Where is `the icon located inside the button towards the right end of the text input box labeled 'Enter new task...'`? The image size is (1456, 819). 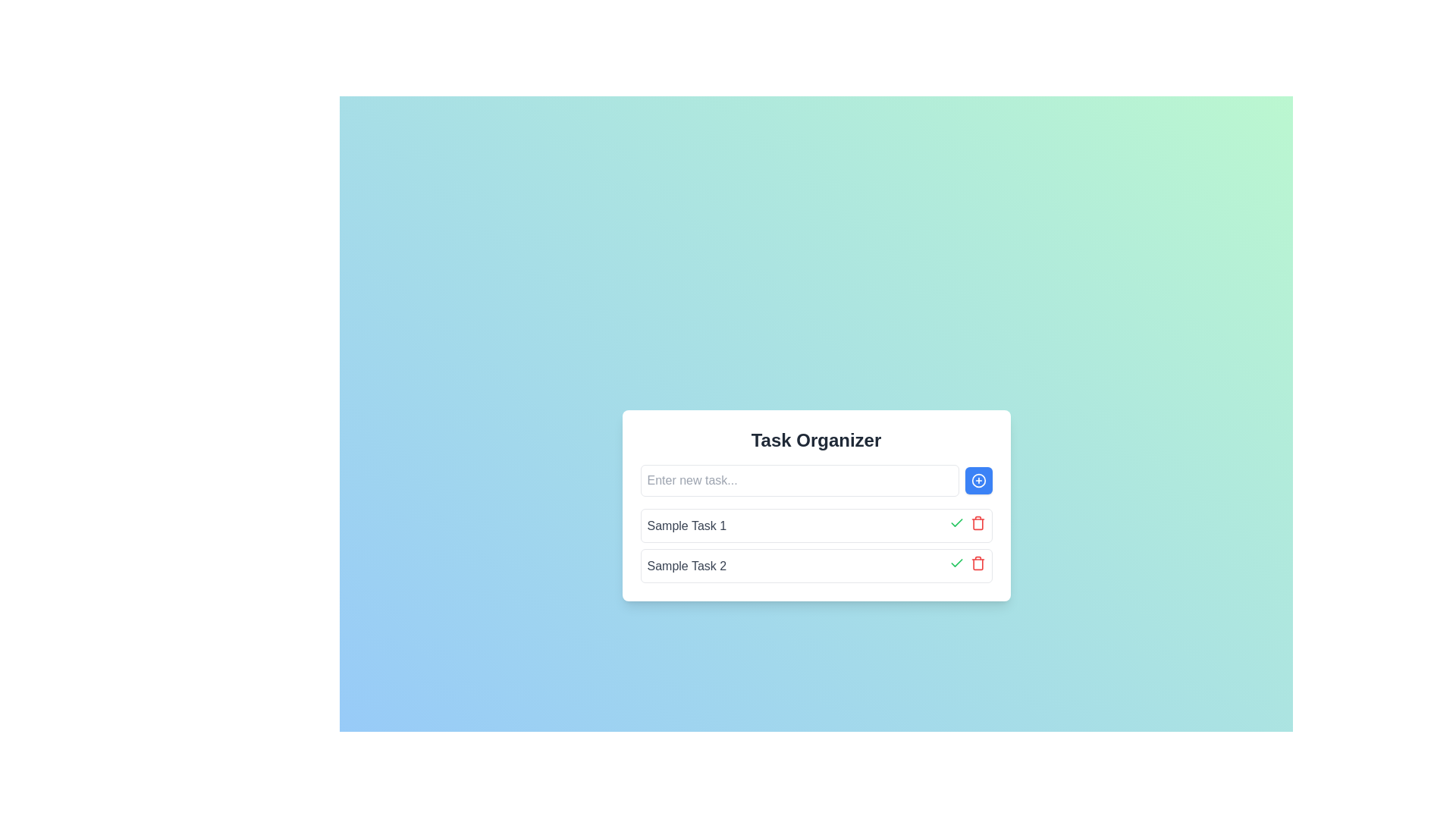
the icon located inside the button towards the right end of the text input box labeled 'Enter new task...' is located at coordinates (978, 480).